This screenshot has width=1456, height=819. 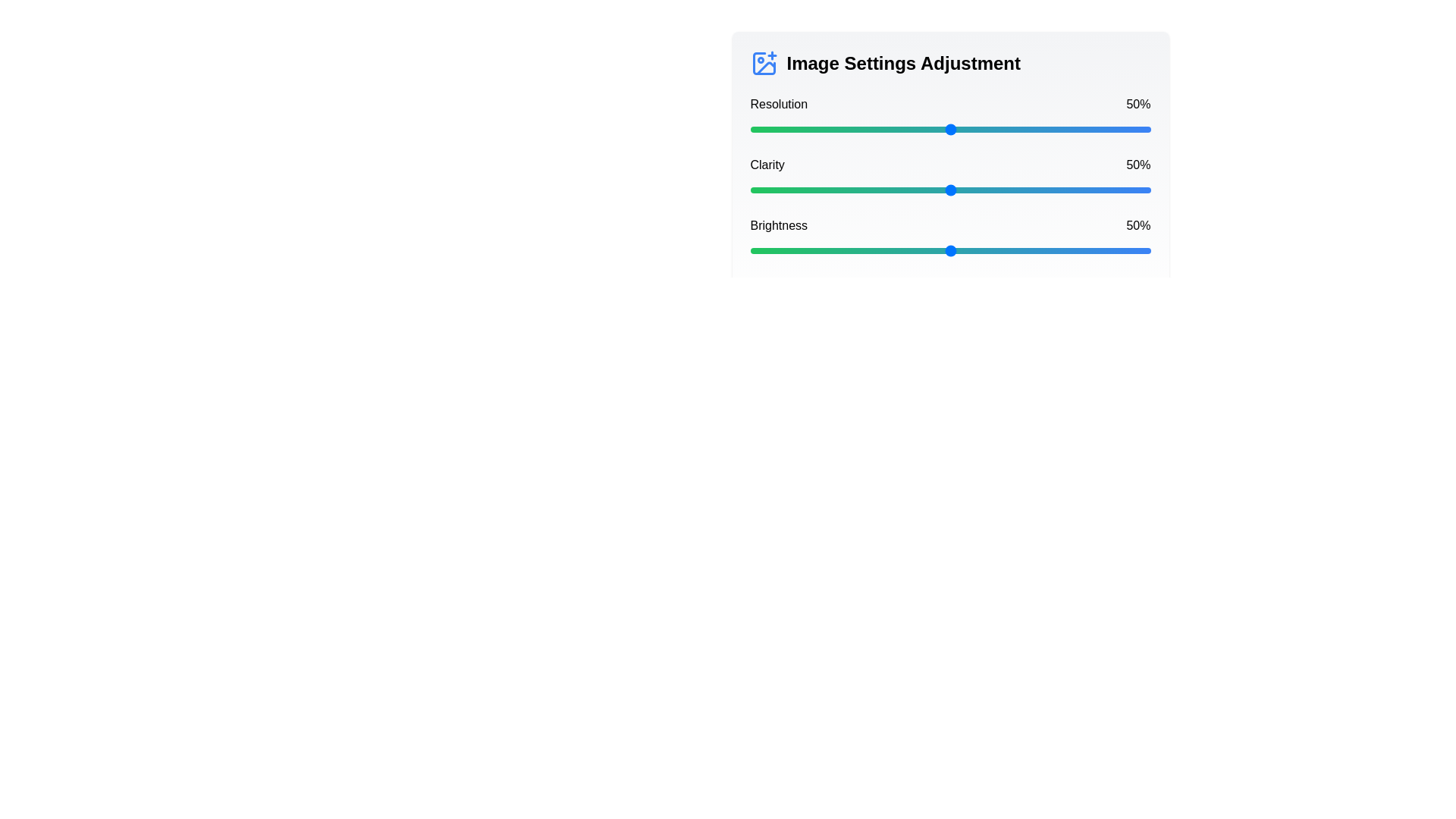 I want to click on the resolution slider to 16%, so click(x=814, y=128).